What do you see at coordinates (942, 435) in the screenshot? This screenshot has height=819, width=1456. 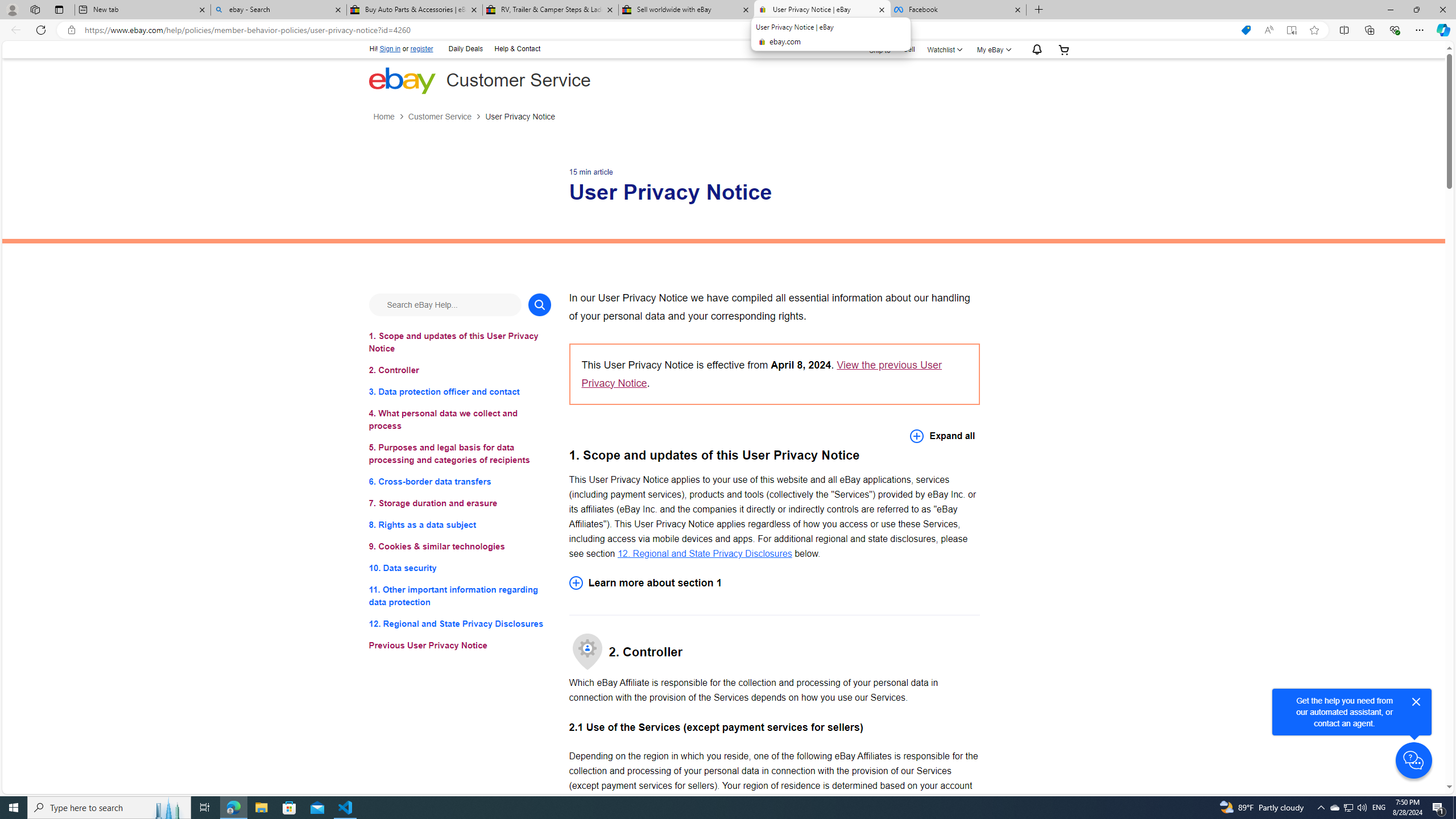 I see `'Expand all'` at bounding box center [942, 435].